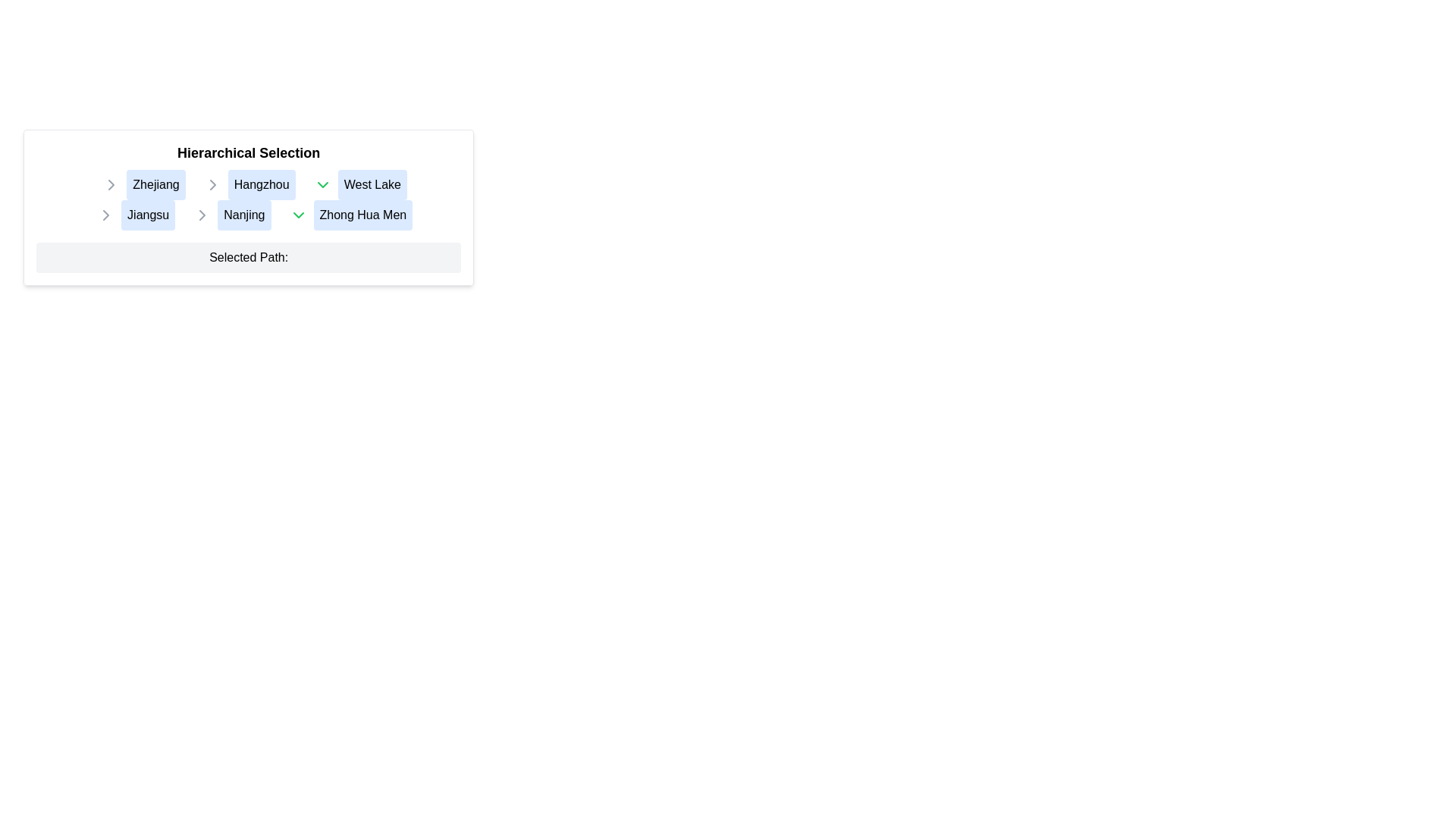 This screenshot has height=819, width=1456. I want to click on the label element displaying 'Nanjing Zhong Hua Men', so click(297, 215).